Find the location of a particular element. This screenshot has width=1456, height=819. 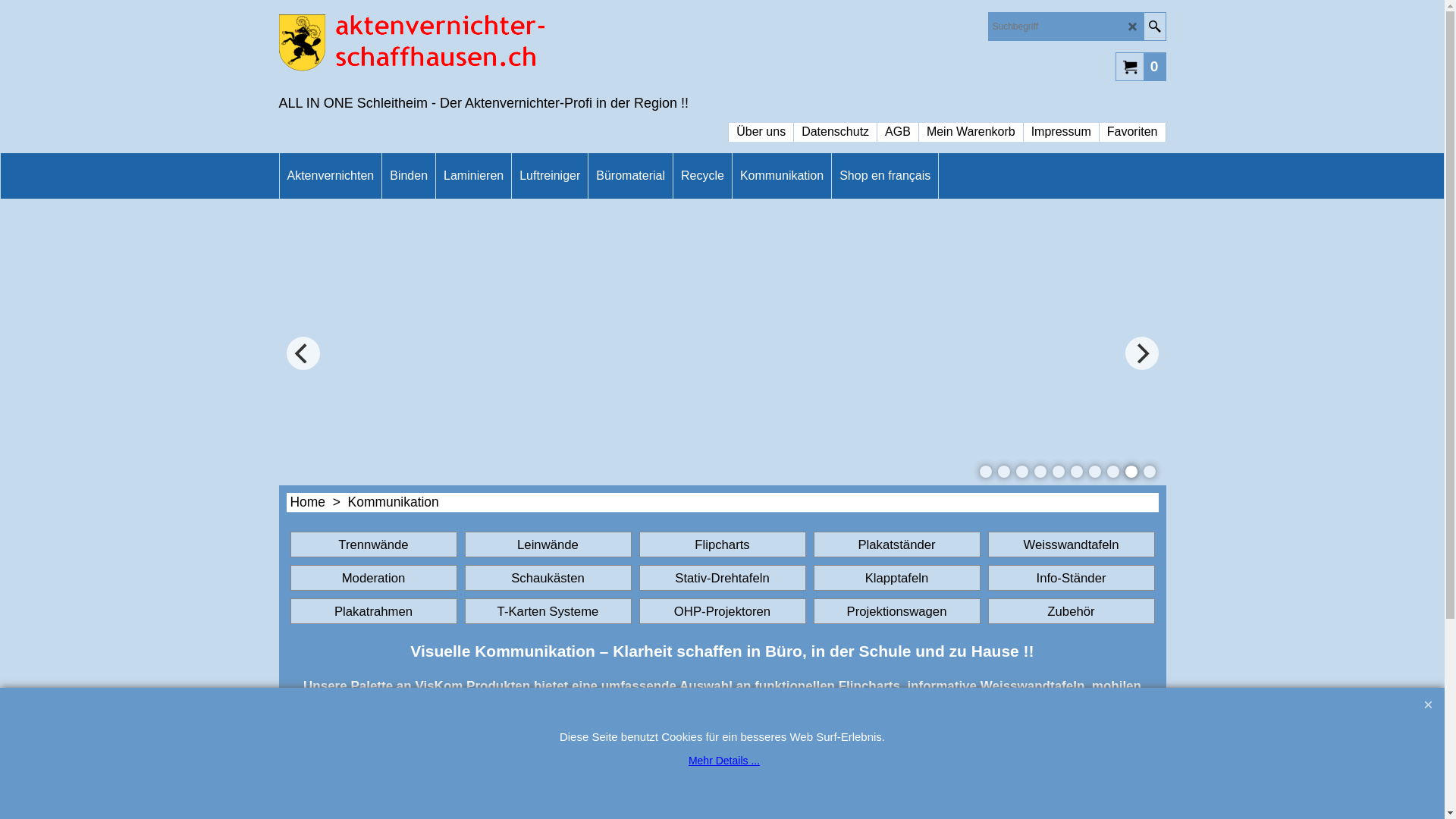

'LD_CANCEL' is located at coordinates (1132, 27).